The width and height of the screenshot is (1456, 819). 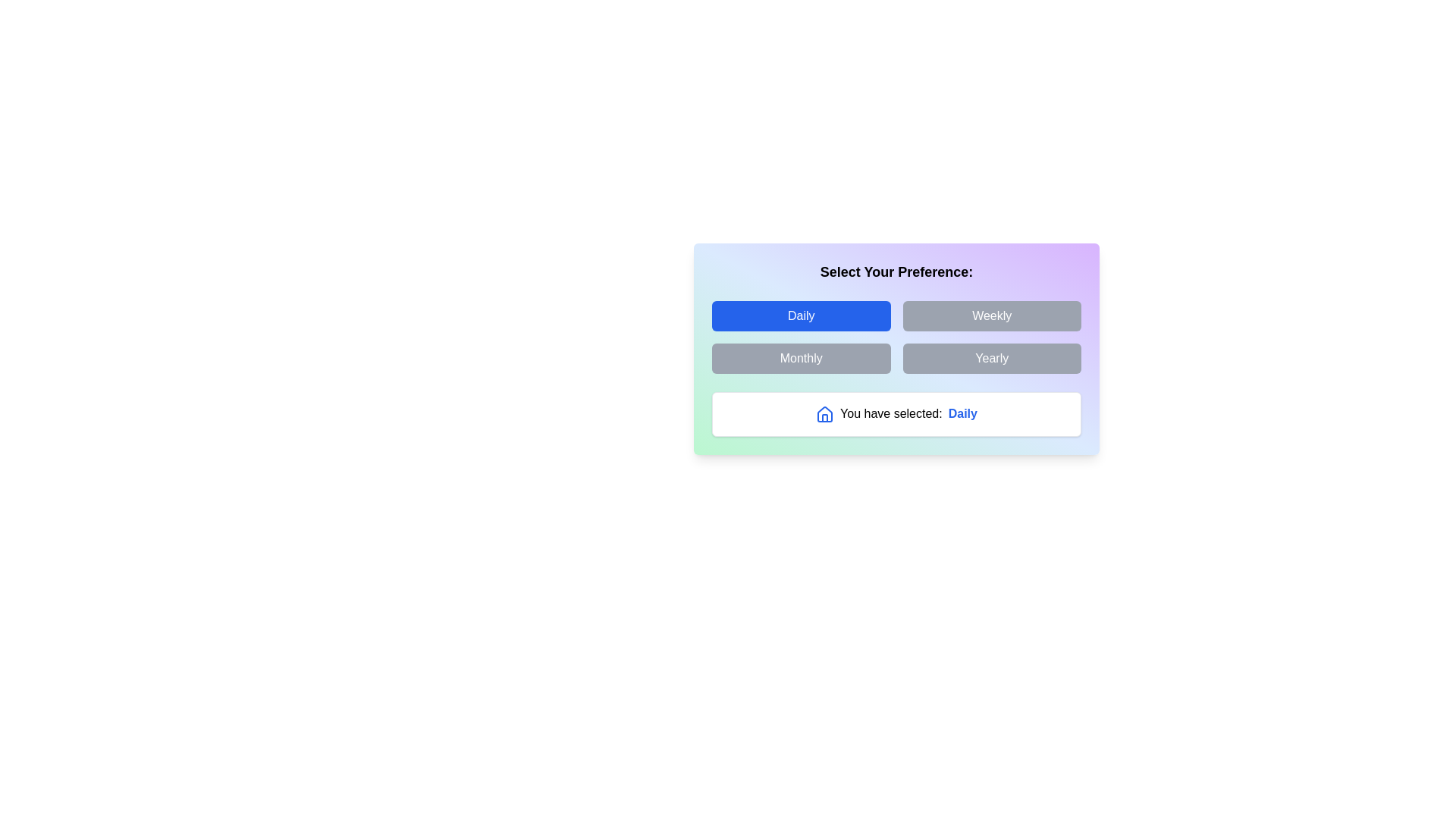 What do you see at coordinates (992, 359) in the screenshot?
I see `the 'Yearly' button, a rectangular button with rounded corners and white text against a gray background, located at the bottom right of a grid layout of four buttons` at bounding box center [992, 359].